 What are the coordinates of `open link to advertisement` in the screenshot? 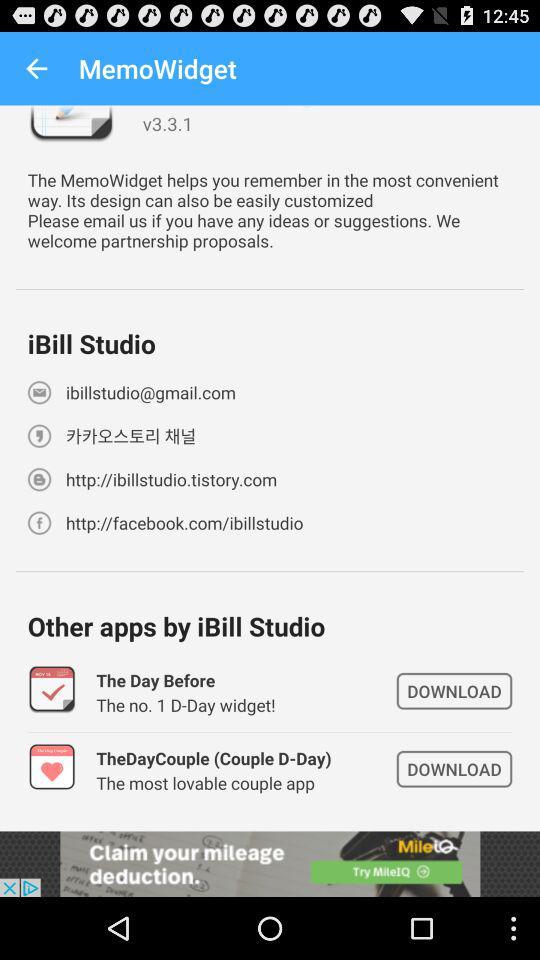 It's located at (270, 863).